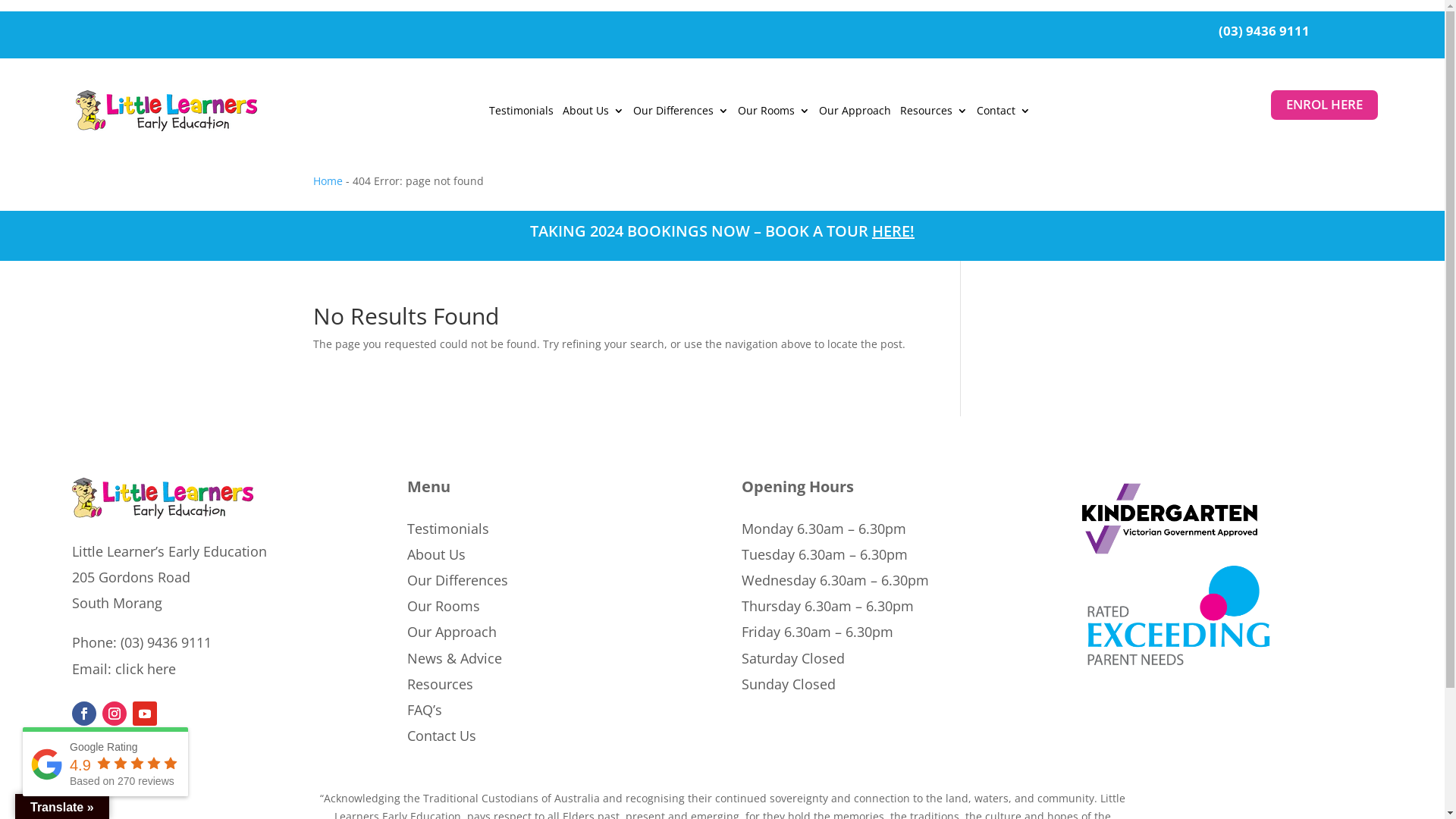  I want to click on 'Home', so click(326, 180).